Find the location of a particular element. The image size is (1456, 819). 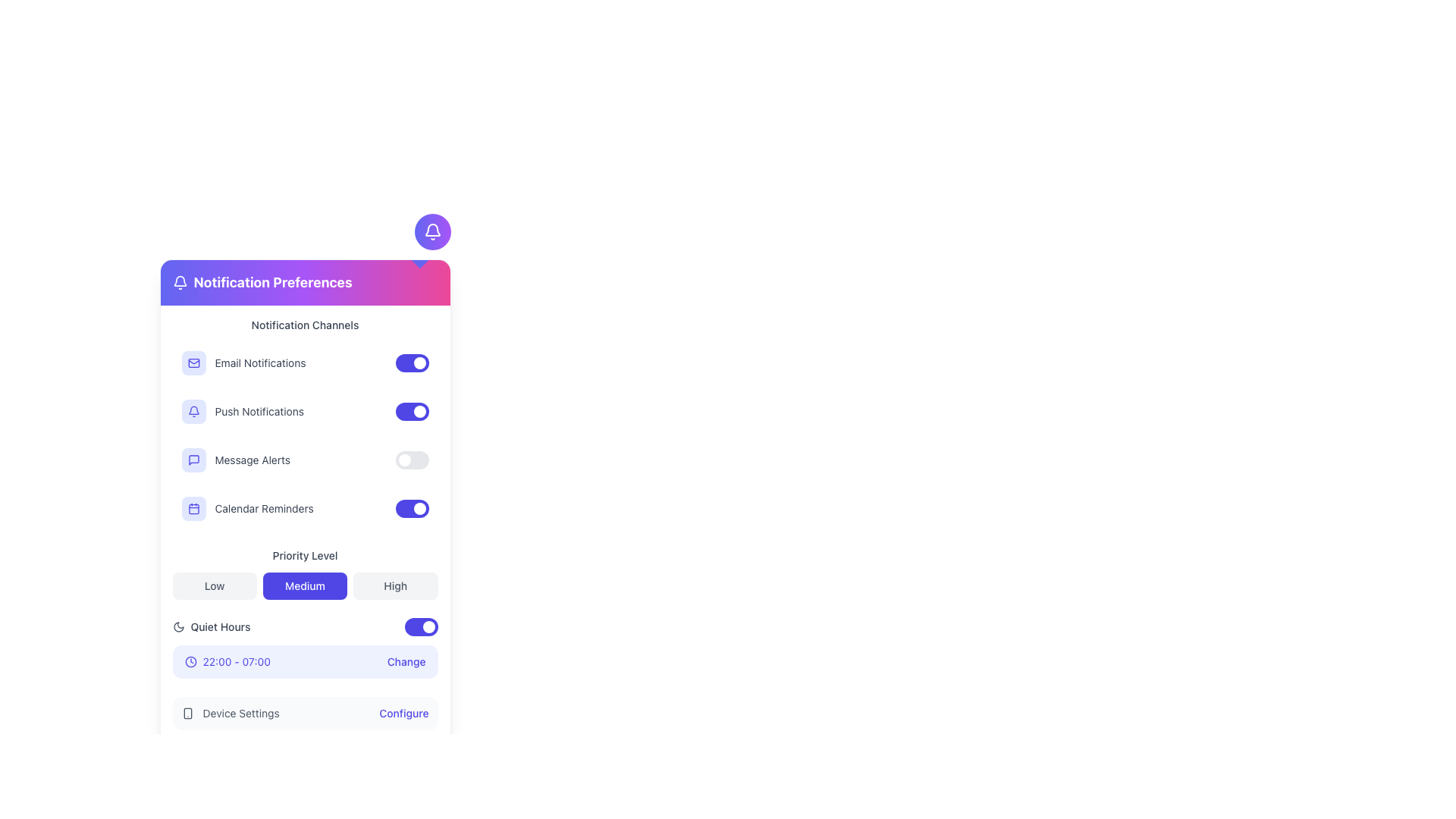

time period indicated by the text label in the 'Quiet Hours' section, which is situated below the 'Priority Level' section and between a clock icon and a 'Change' button is located at coordinates (236, 661).